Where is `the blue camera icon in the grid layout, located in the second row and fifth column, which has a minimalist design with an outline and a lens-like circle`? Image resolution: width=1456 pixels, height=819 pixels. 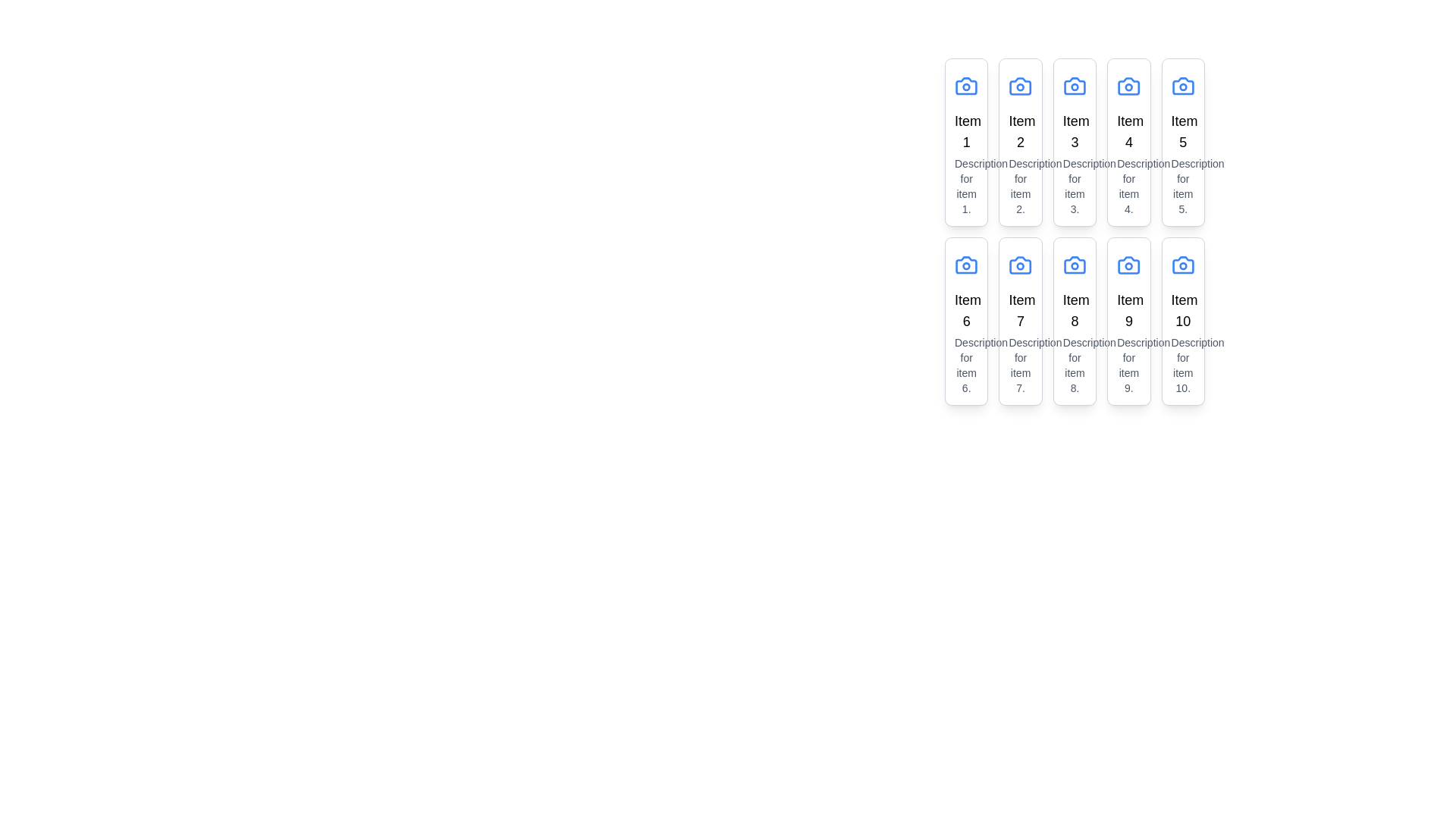
the blue camera icon in the grid layout, located in the second row and fifth column, which has a minimalist design with an outline and a lens-like circle is located at coordinates (1182, 265).